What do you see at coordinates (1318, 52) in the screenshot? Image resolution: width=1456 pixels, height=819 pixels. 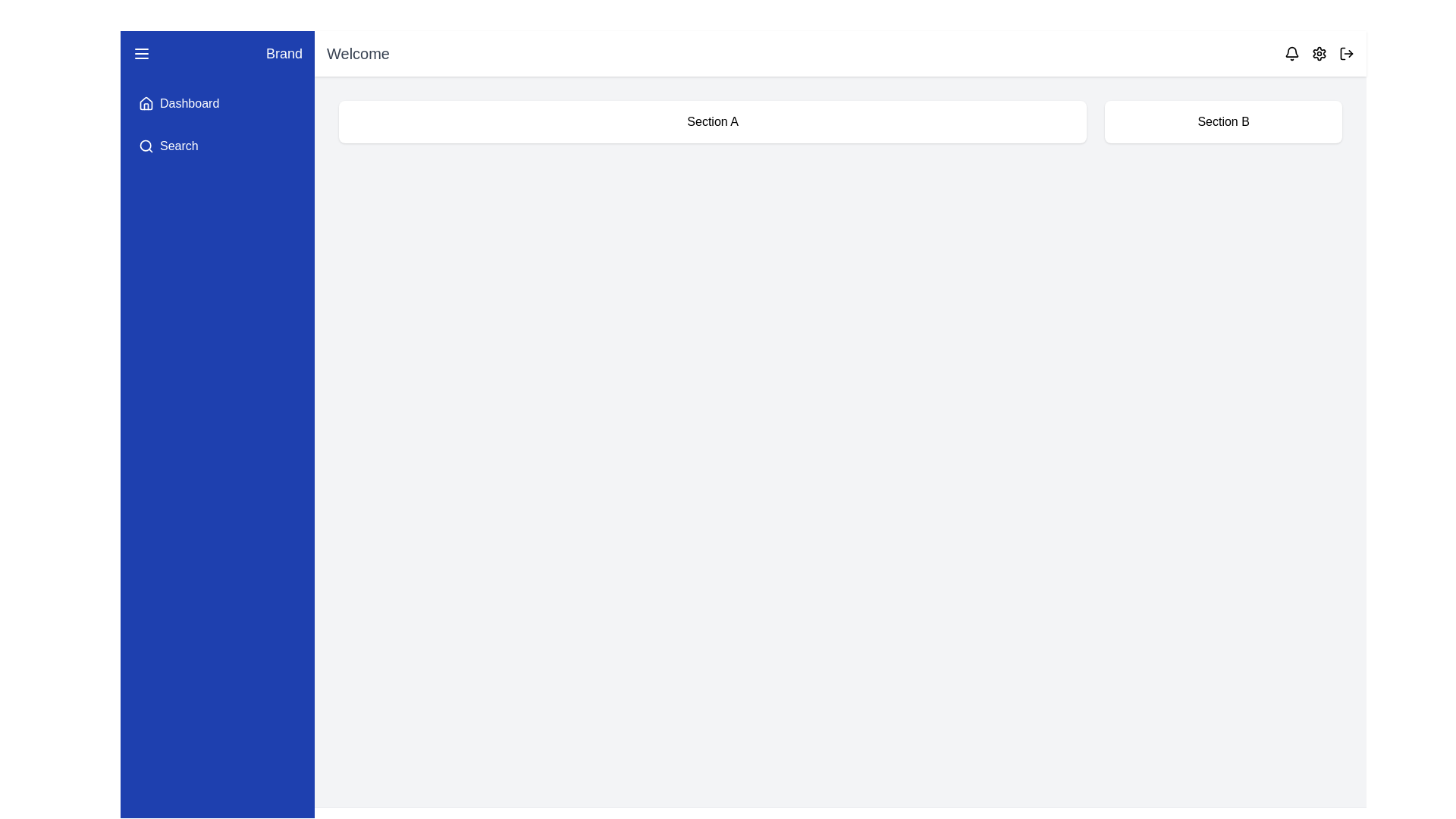 I see `the settings button located in the top-right corner of the interface, positioned between the notification icon and the logout icon` at bounding box center [1318, 52].